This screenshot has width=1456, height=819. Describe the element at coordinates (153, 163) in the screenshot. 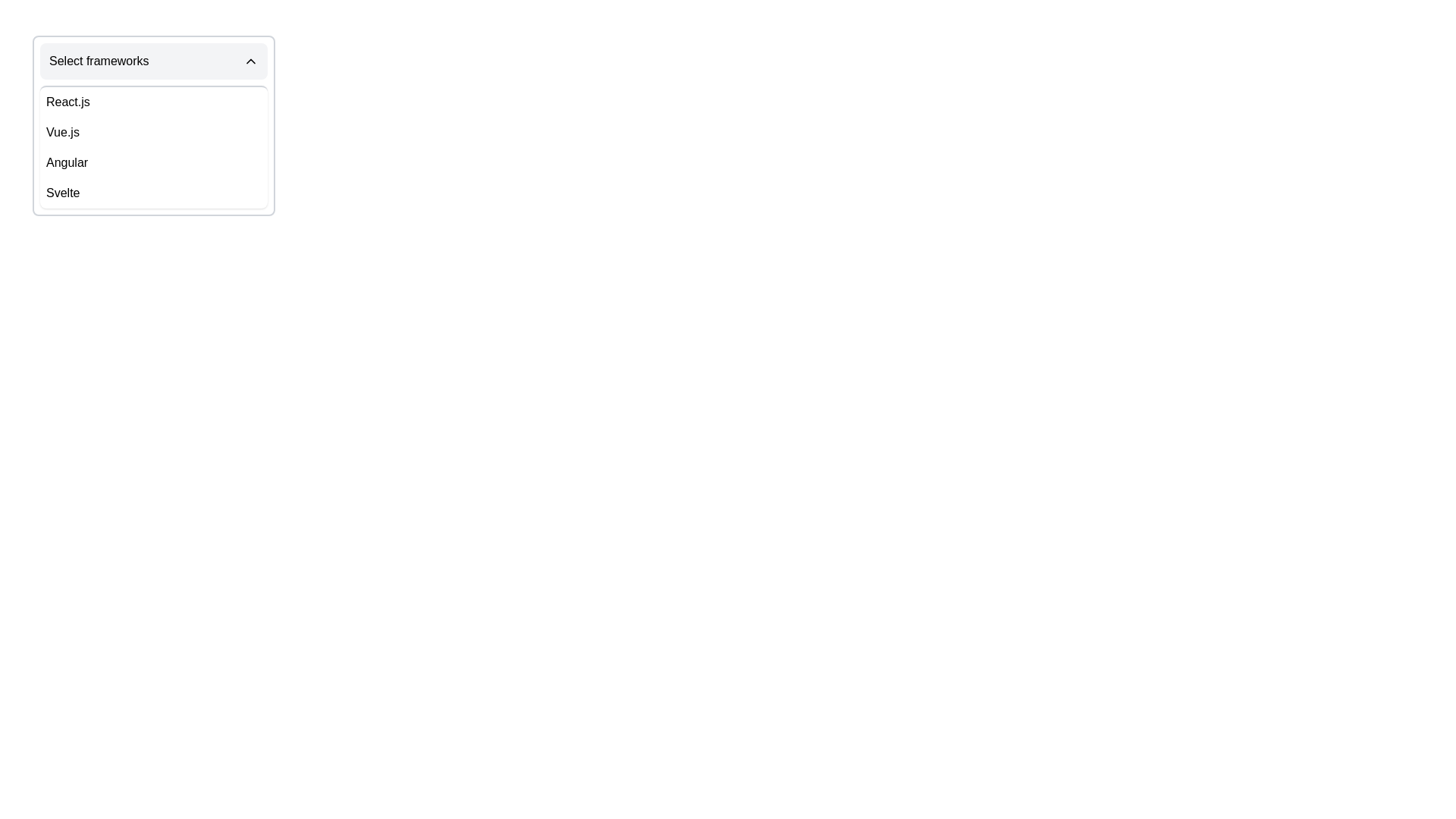

I see `the third item` at that location.